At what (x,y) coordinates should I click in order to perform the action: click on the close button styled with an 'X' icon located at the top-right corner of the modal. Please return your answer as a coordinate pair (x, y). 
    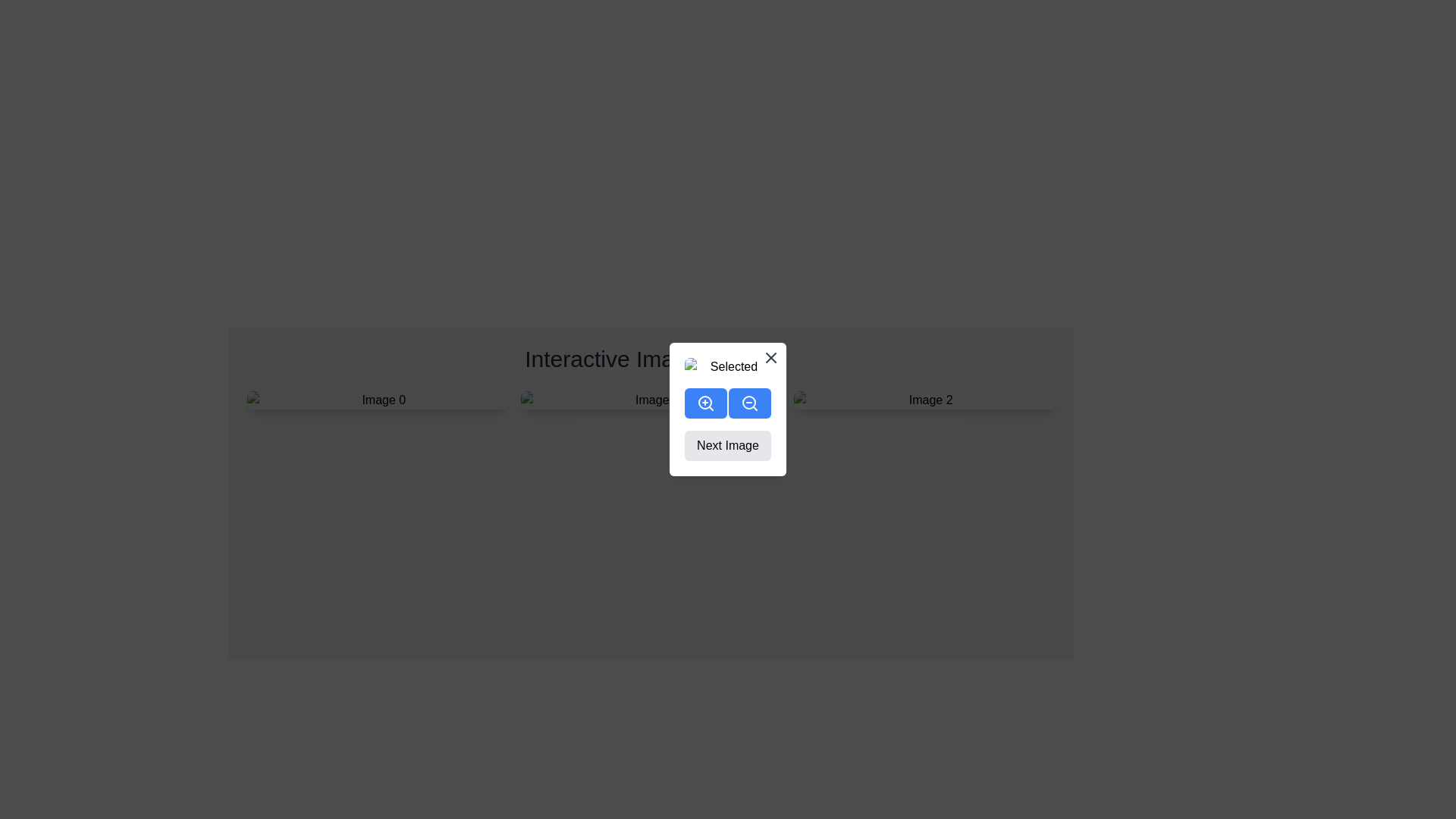
    Looking at the image, I should click on (770, 357).